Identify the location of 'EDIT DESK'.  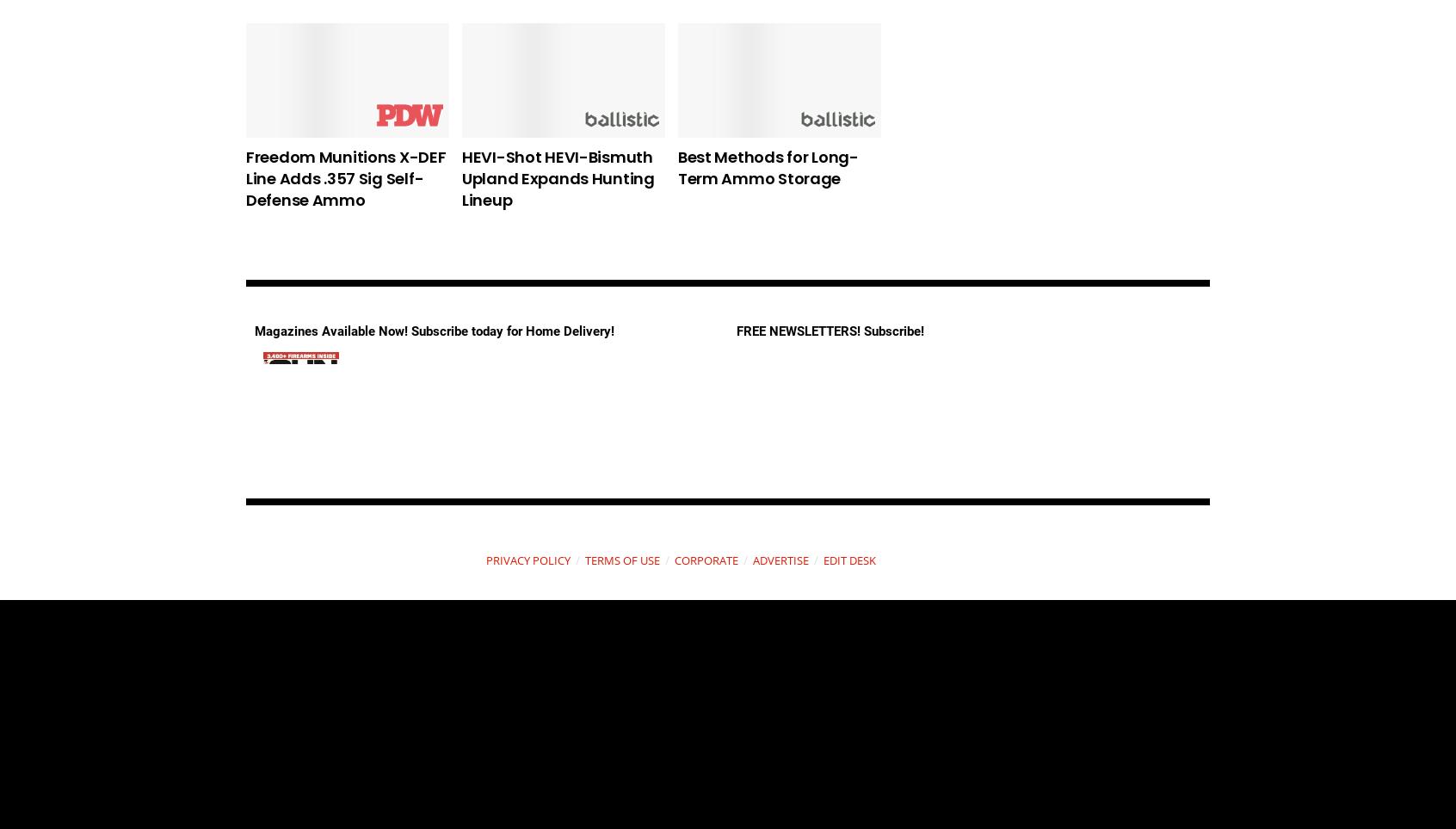
(822, 559).